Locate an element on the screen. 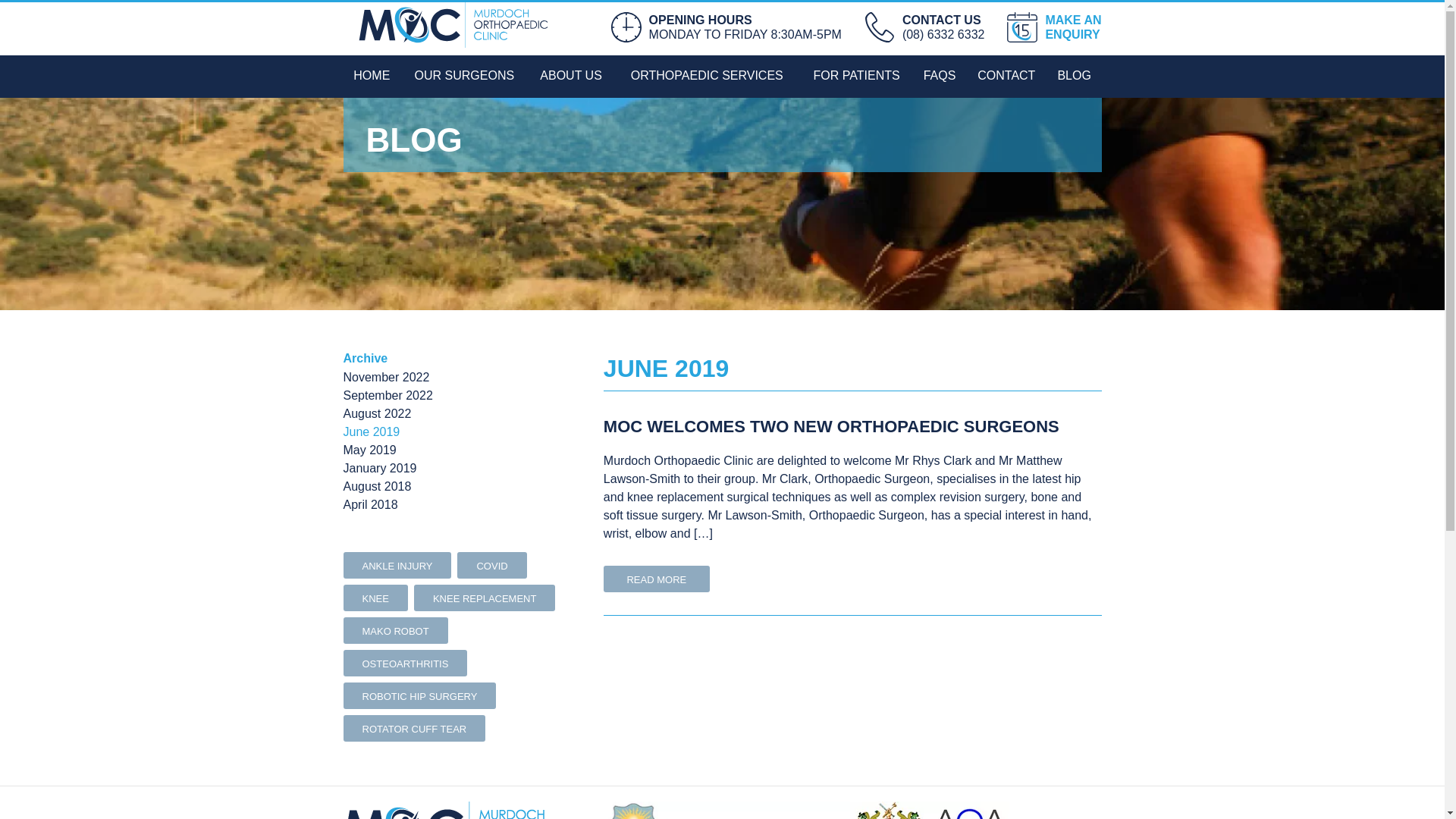 The image size is (1456, 819). 'November 2022' is located at coordinates (385, 376).